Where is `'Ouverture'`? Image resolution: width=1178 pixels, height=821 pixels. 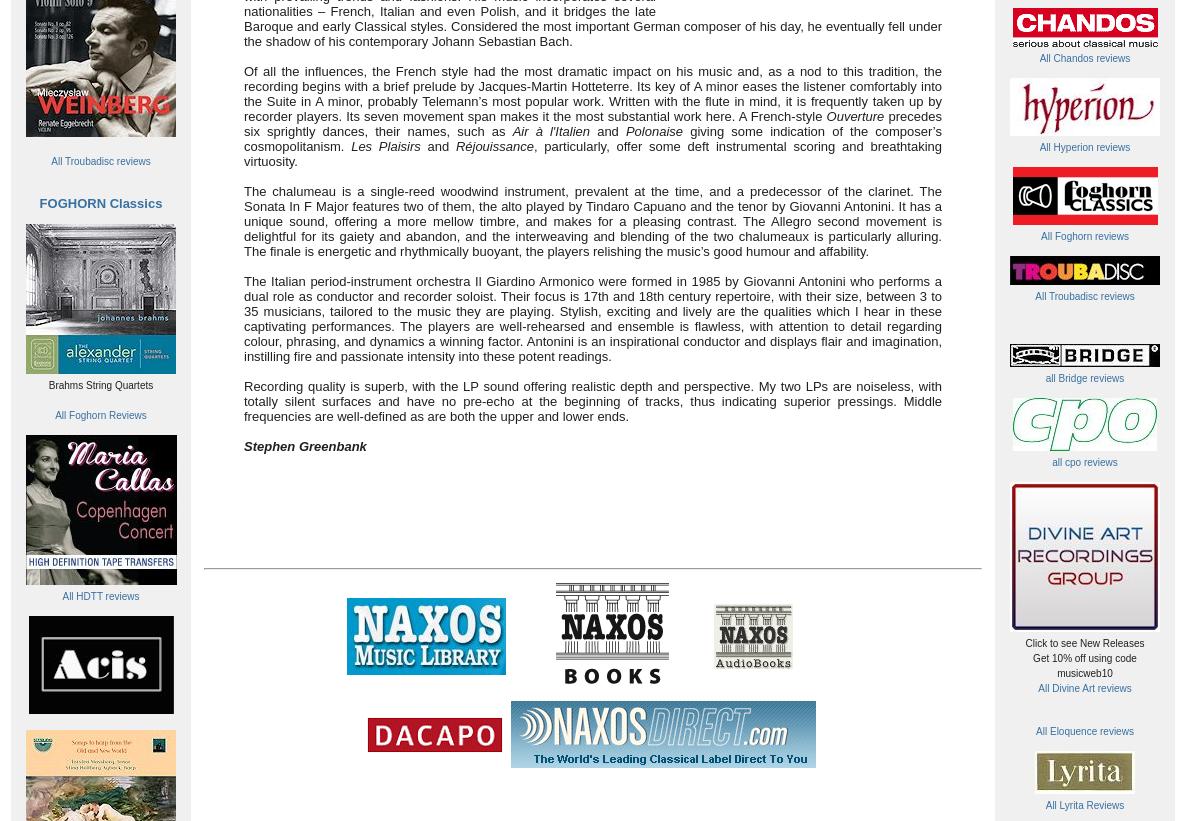 'Ouverture' is located at coordinates (825, 114).